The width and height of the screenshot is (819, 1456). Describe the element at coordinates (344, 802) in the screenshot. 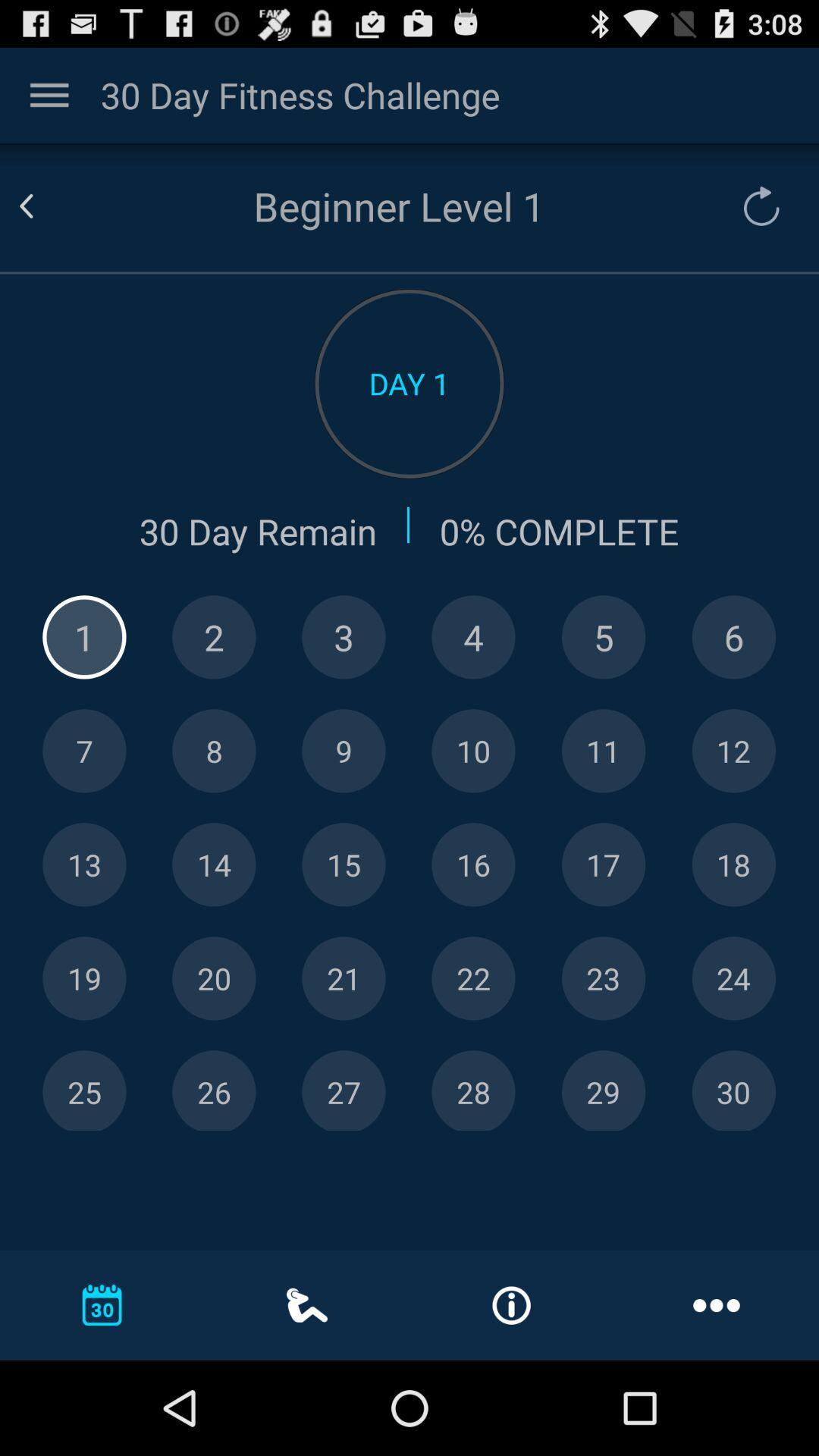

I see `the microphone icon` at that location.